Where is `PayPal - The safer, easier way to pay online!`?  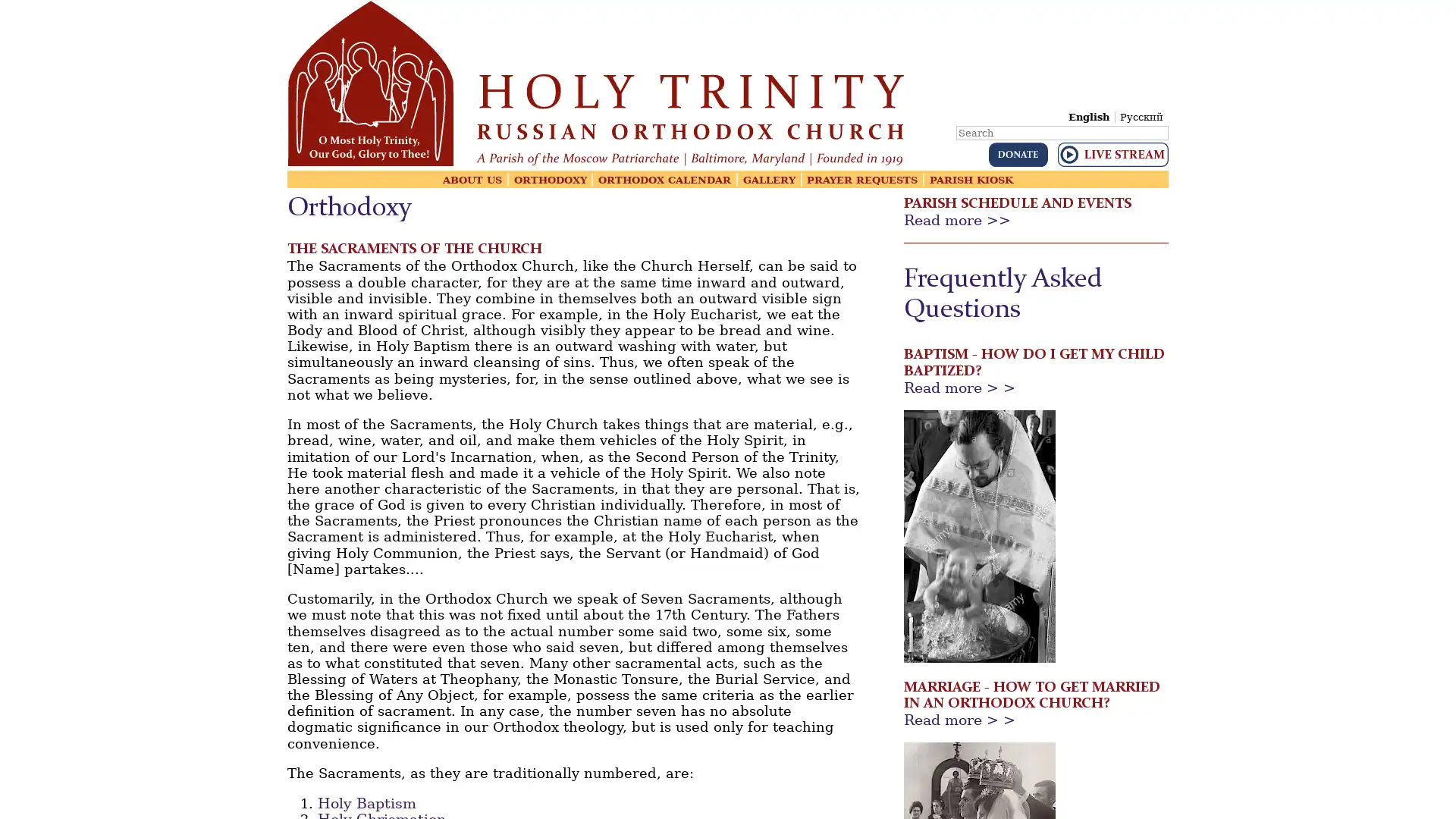
PayPal - The safer, easier way to pay online! is located at coordinates (1018, 155).